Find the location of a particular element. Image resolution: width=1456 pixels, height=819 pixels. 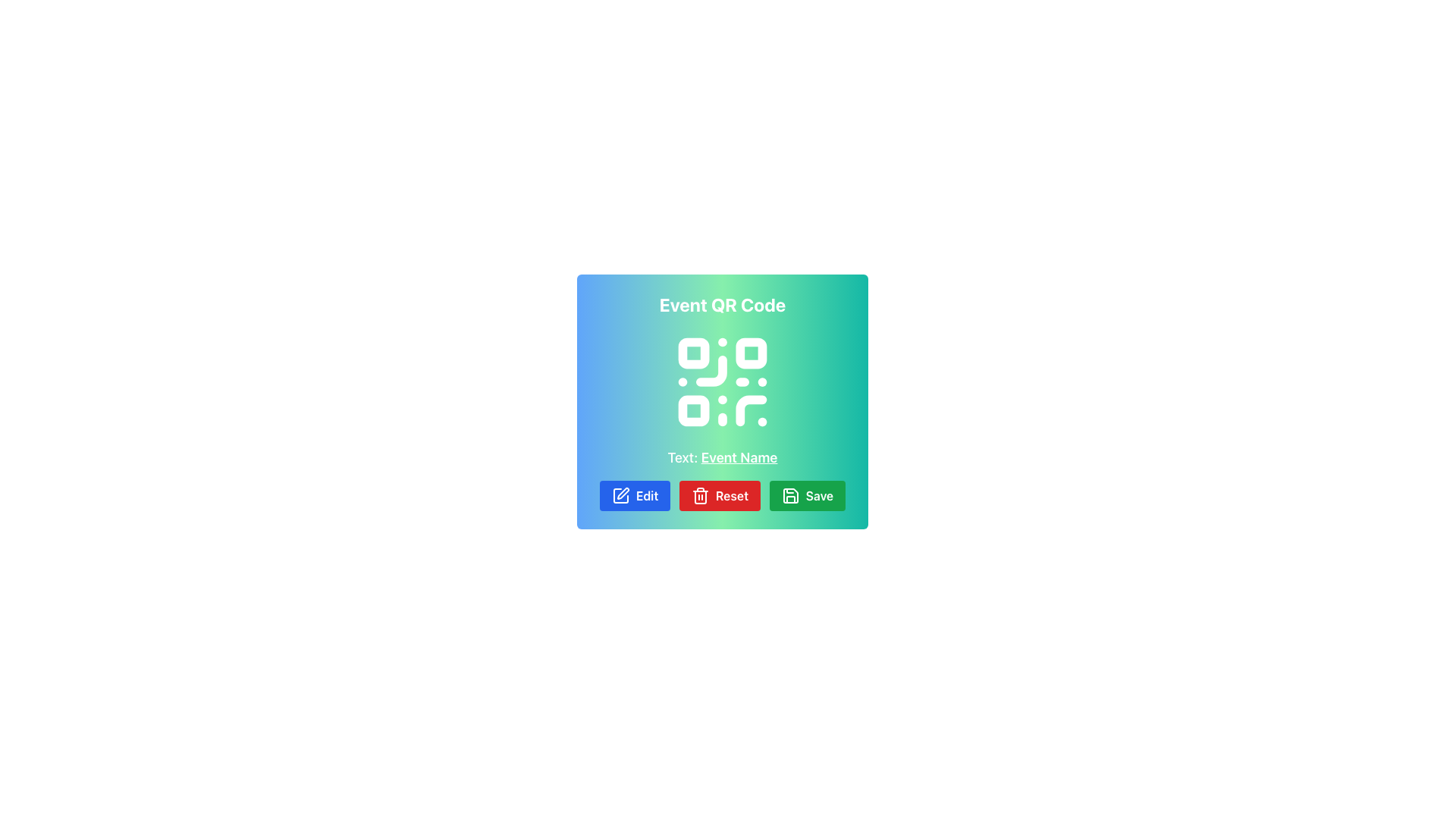

the first square graphic component in the top-left corner of the QR code symbol within the 'Event QR Code' block is located at coordinates (693, 353).